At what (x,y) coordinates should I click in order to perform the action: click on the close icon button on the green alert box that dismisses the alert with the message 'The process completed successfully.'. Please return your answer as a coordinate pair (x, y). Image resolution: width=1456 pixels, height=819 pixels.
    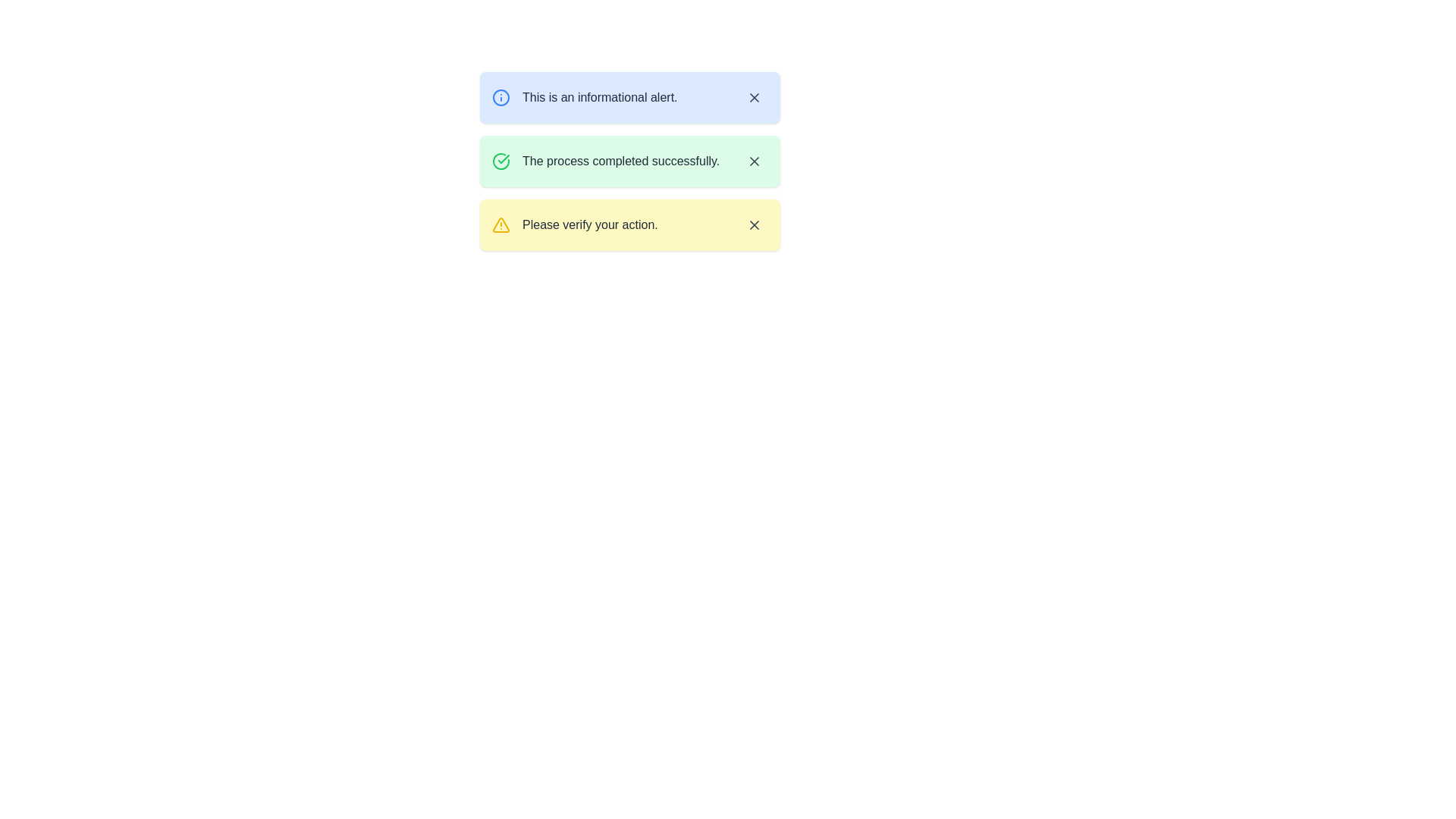
    Looking at the image, I should click on (754, 161).